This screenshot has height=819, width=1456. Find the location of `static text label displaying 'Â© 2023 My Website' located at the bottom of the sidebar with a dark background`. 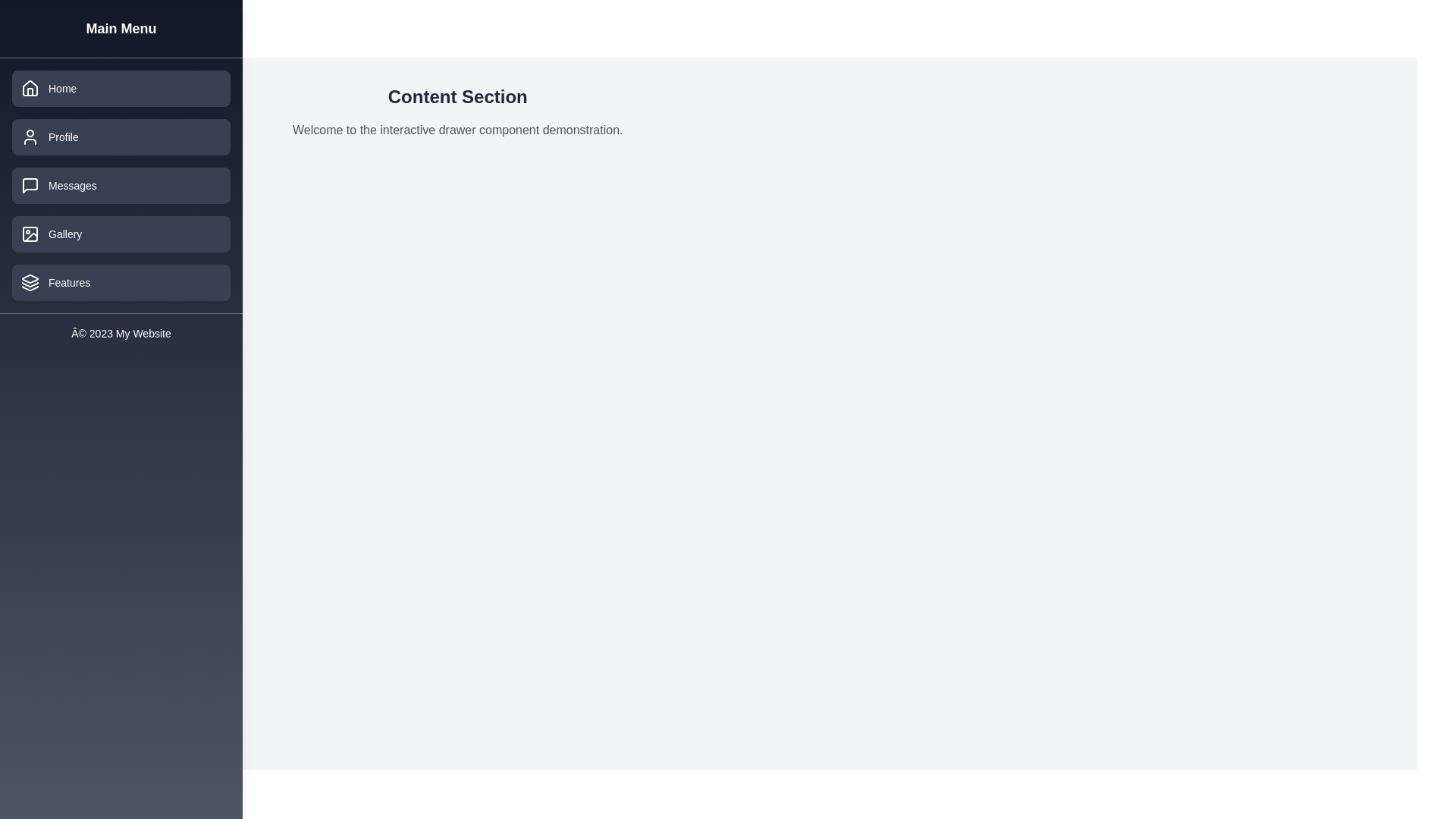

static text label displaying 'Â© 2023 My Website' located at the bottom of the sidebar with a dark background is located at coordinates (120, 332).